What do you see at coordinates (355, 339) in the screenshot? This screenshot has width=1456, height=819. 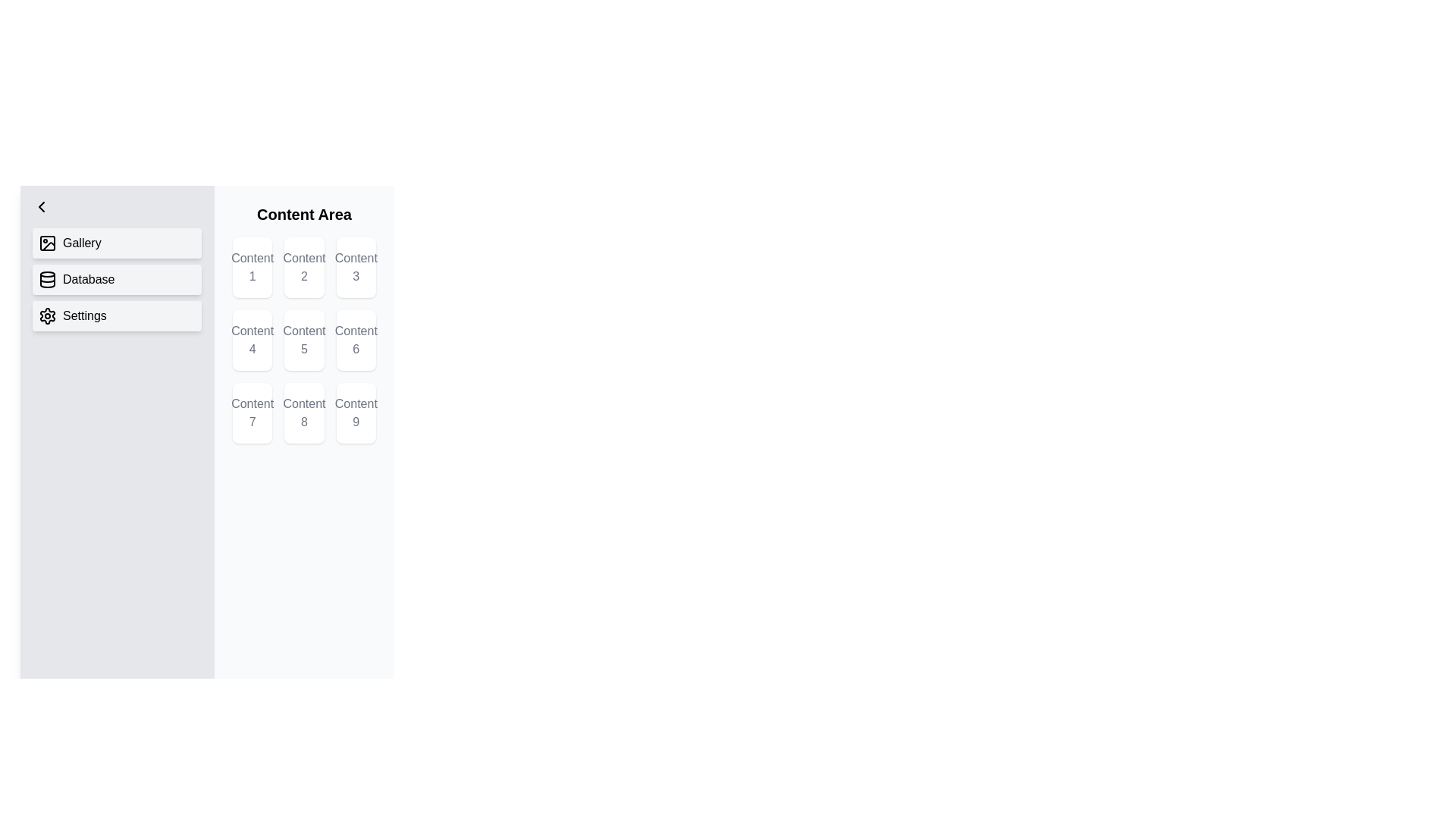 I see `the label or placeholder located in the third column of the second row in a three-column grid layout` at bounding box center [355, 339].